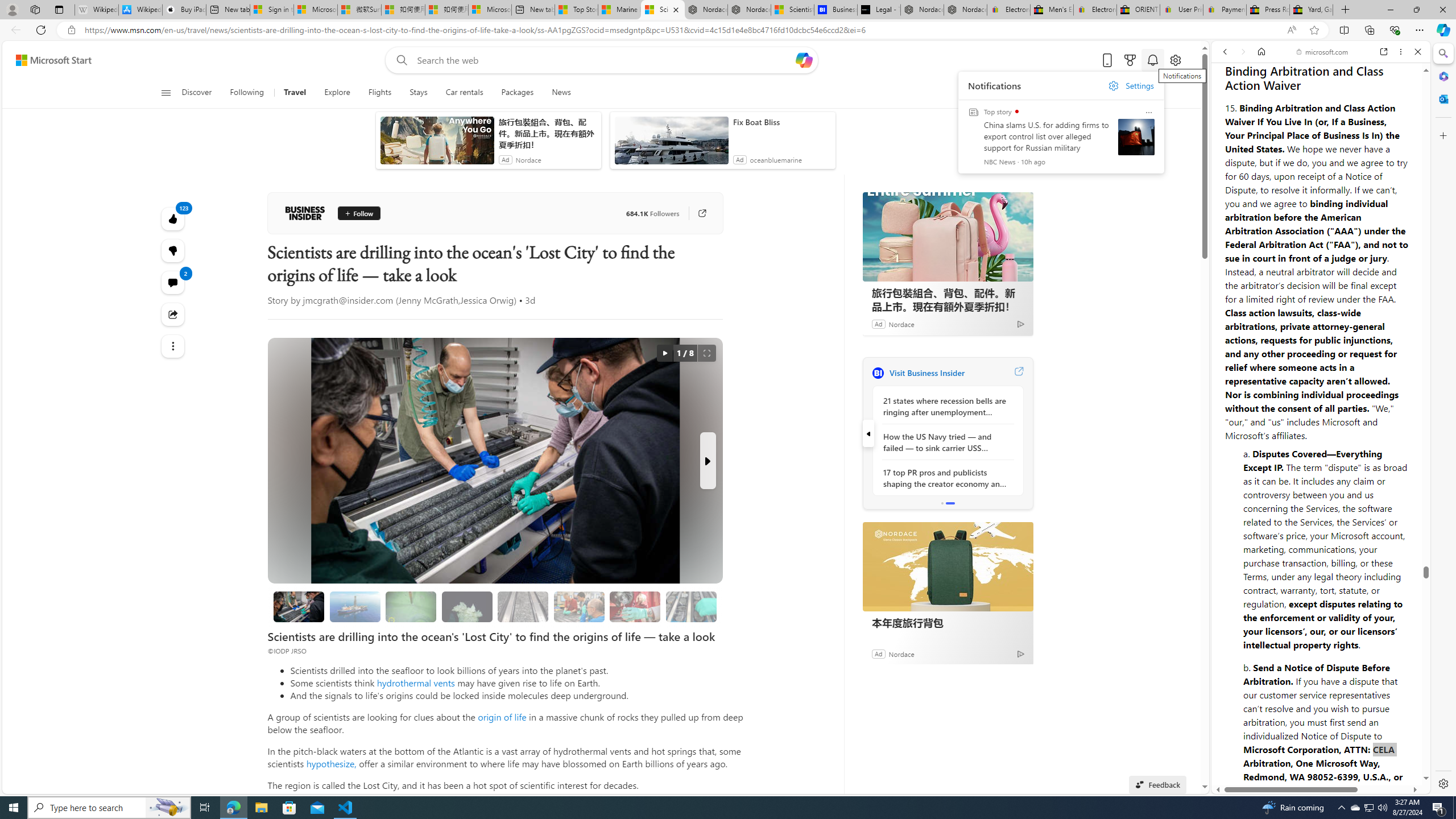 Image resolution: width=1456 pixels, height=819 pixels. I want to click on 'hypothesize,', so click(331, 763).